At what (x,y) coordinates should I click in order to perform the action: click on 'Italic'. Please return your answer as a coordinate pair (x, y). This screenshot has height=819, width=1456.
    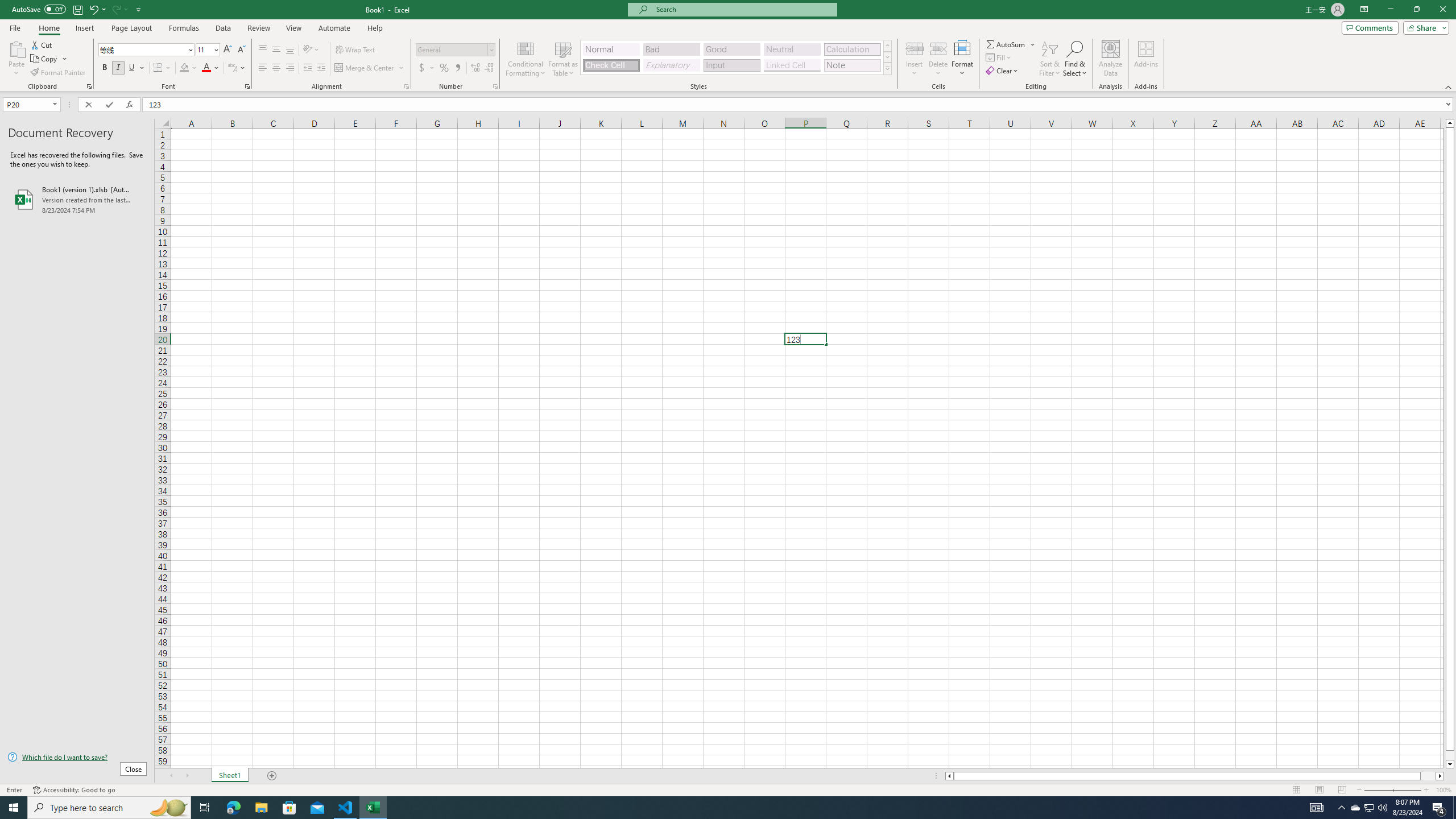
    Looking at the image, I should click on (118, 67).